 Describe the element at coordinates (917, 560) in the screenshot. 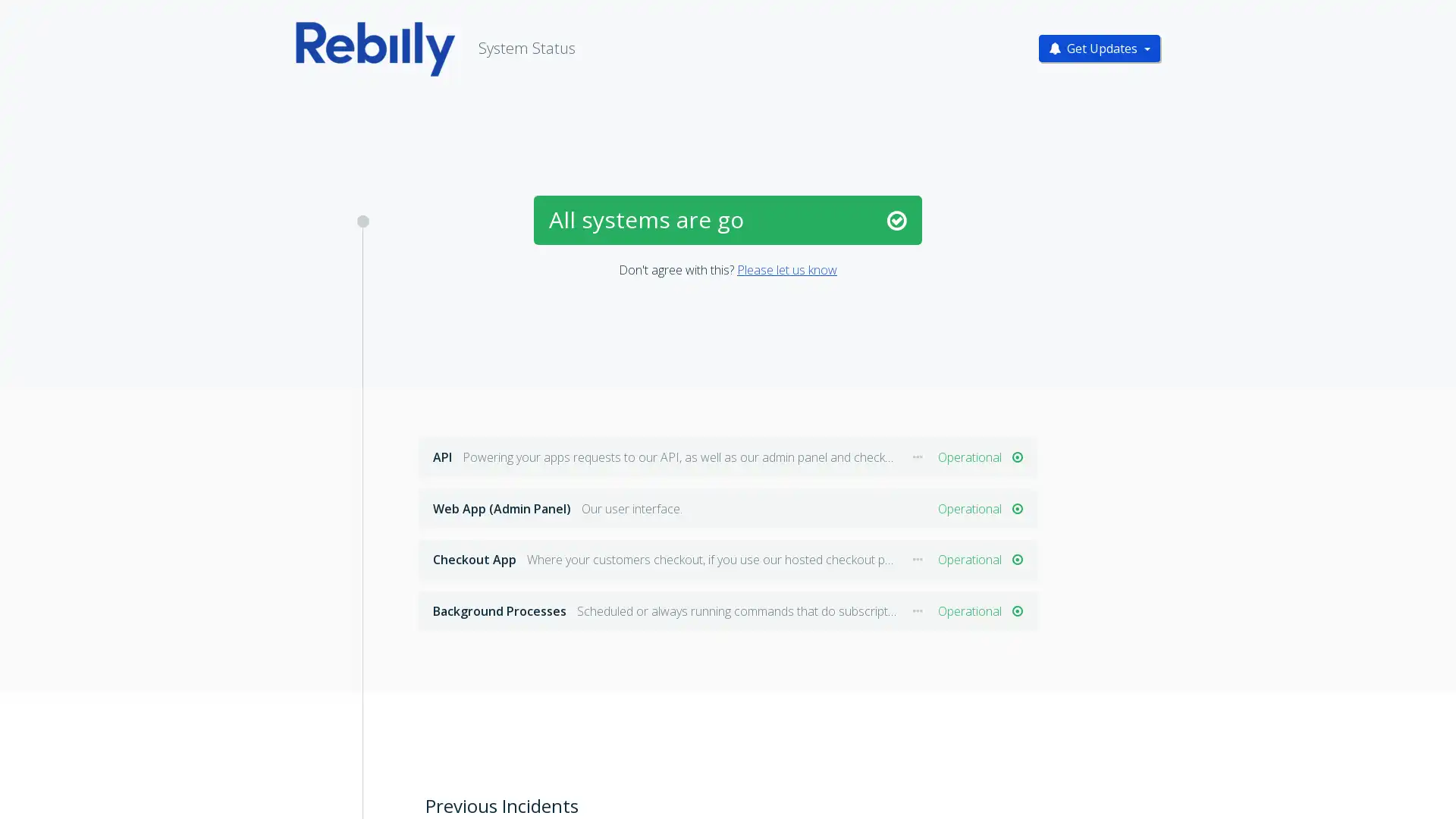

I see `Click here to view the full description for this component` at that location.